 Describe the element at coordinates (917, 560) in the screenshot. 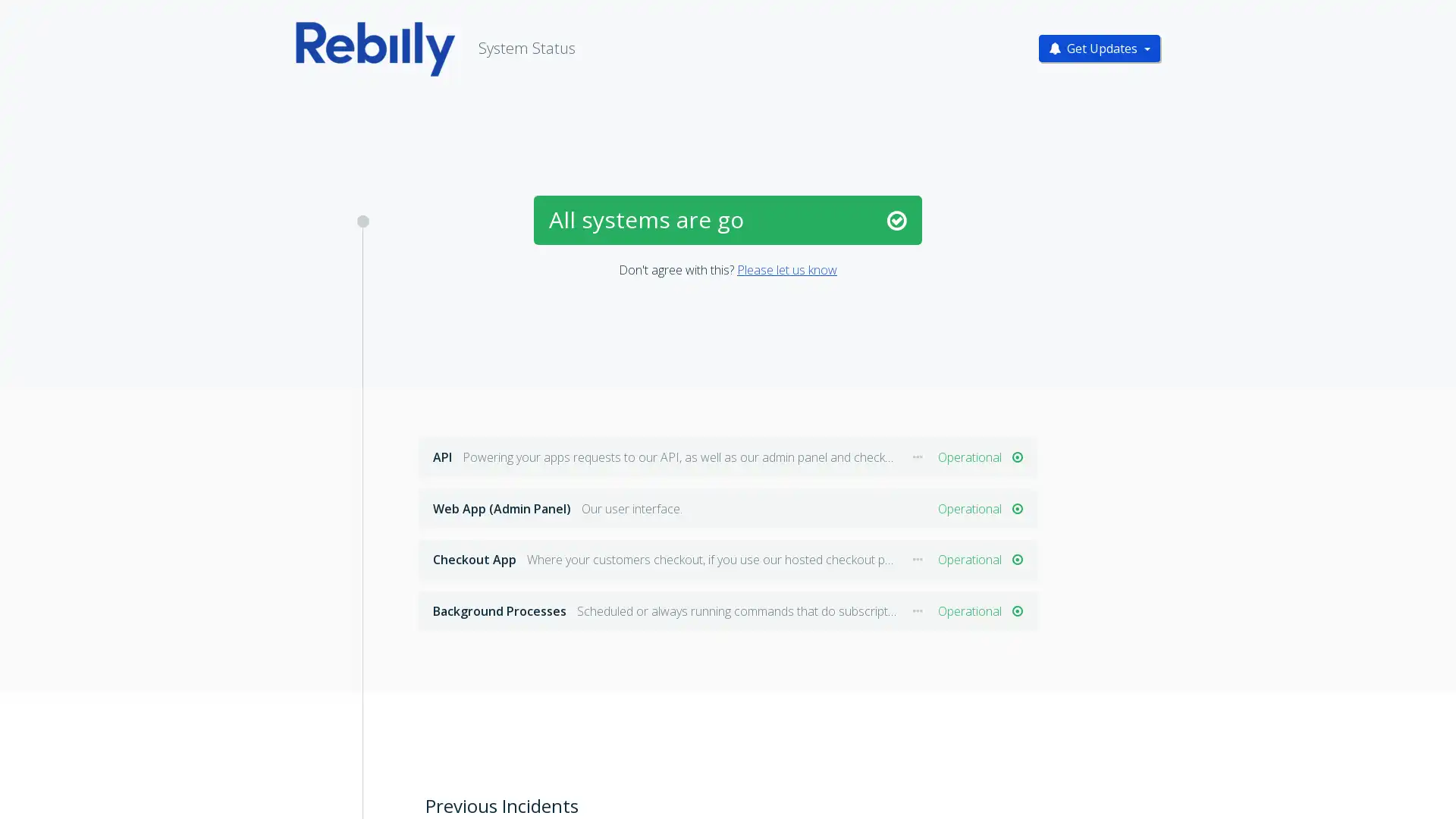

I see `Click here to view the full description for this component` at that location.